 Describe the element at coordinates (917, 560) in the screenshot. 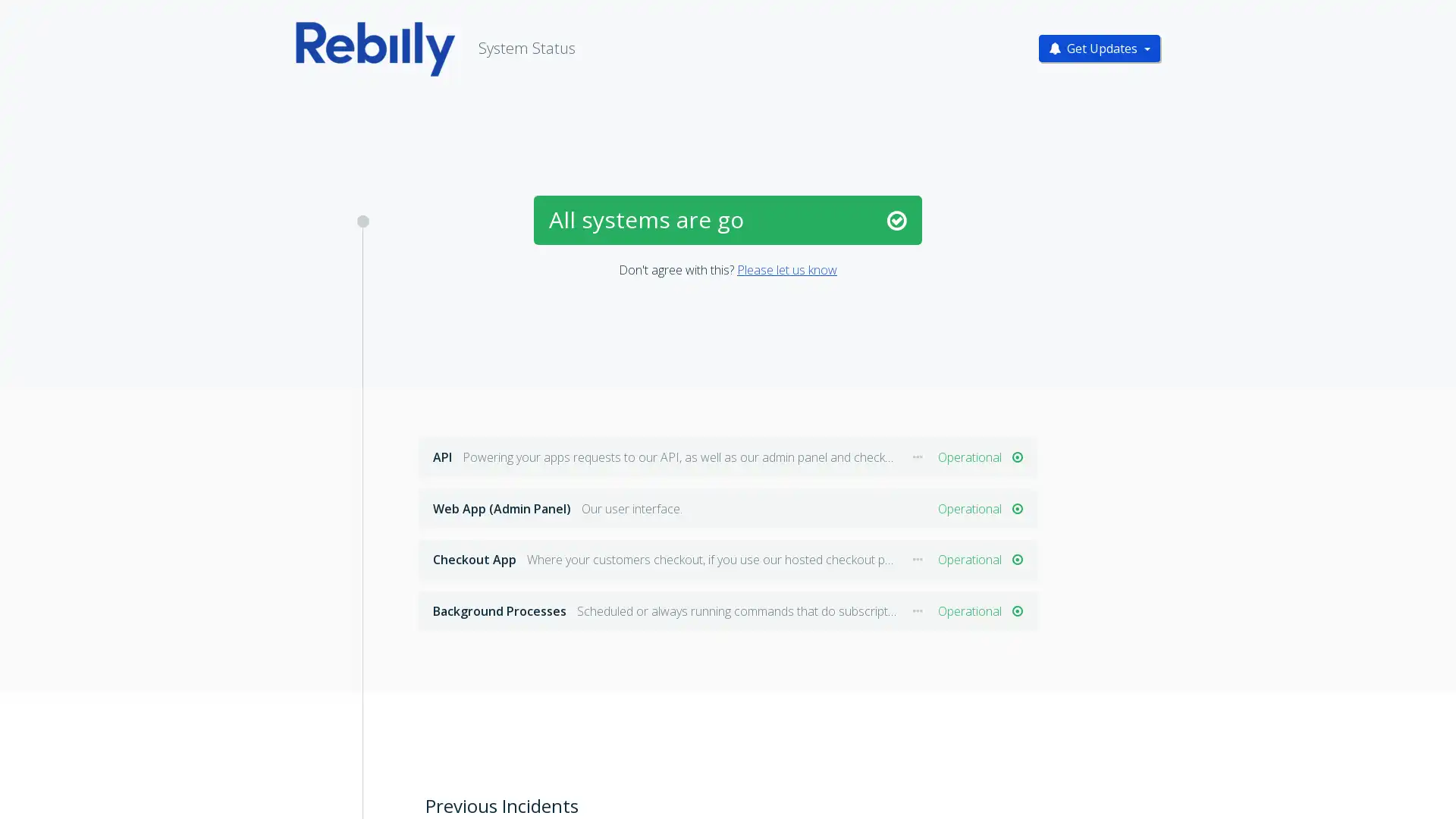

I see `Click here to view the full description for this component` at that location.